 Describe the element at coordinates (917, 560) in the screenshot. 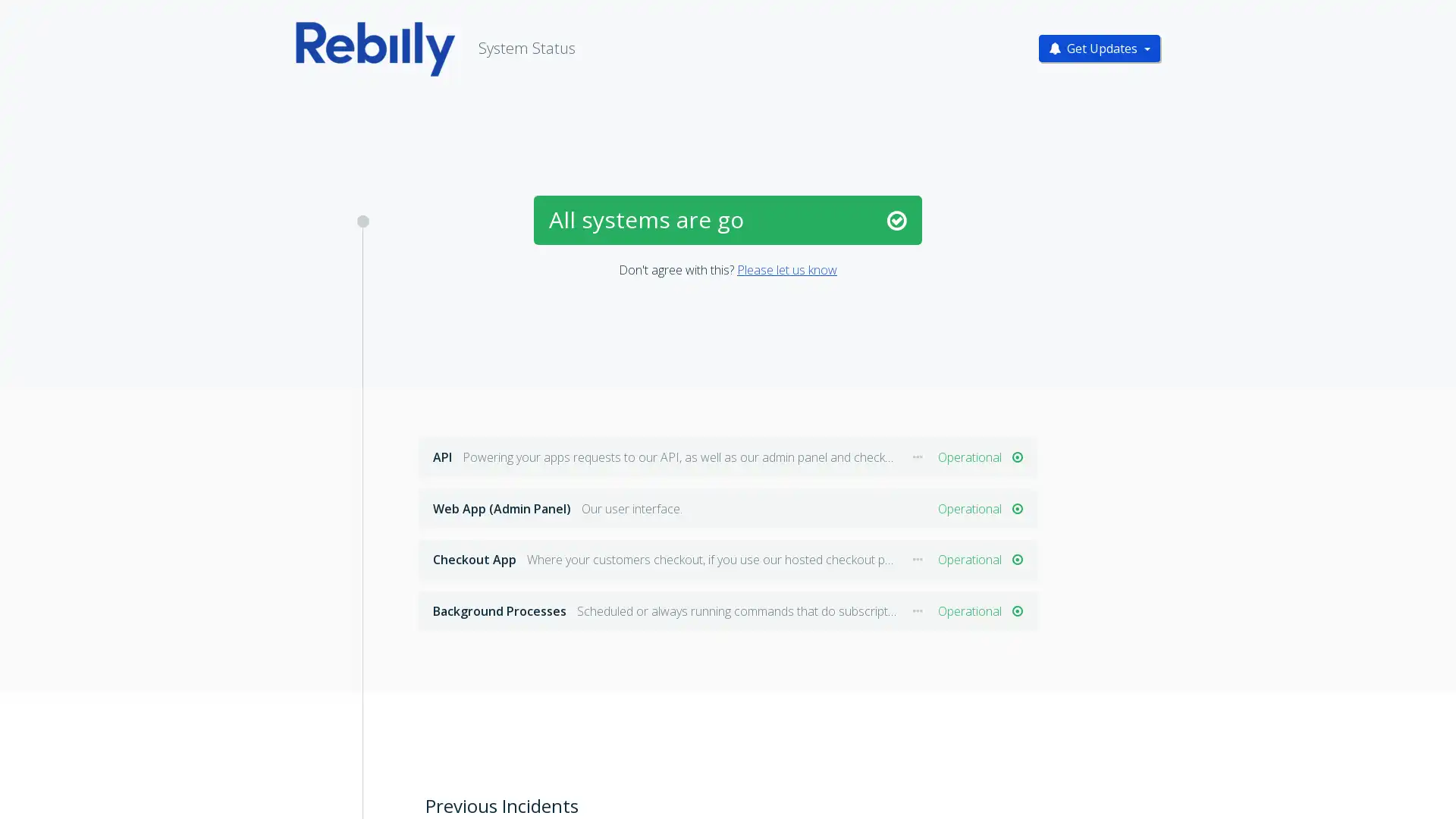

I see `Click here to view the full description for this component` at that location.